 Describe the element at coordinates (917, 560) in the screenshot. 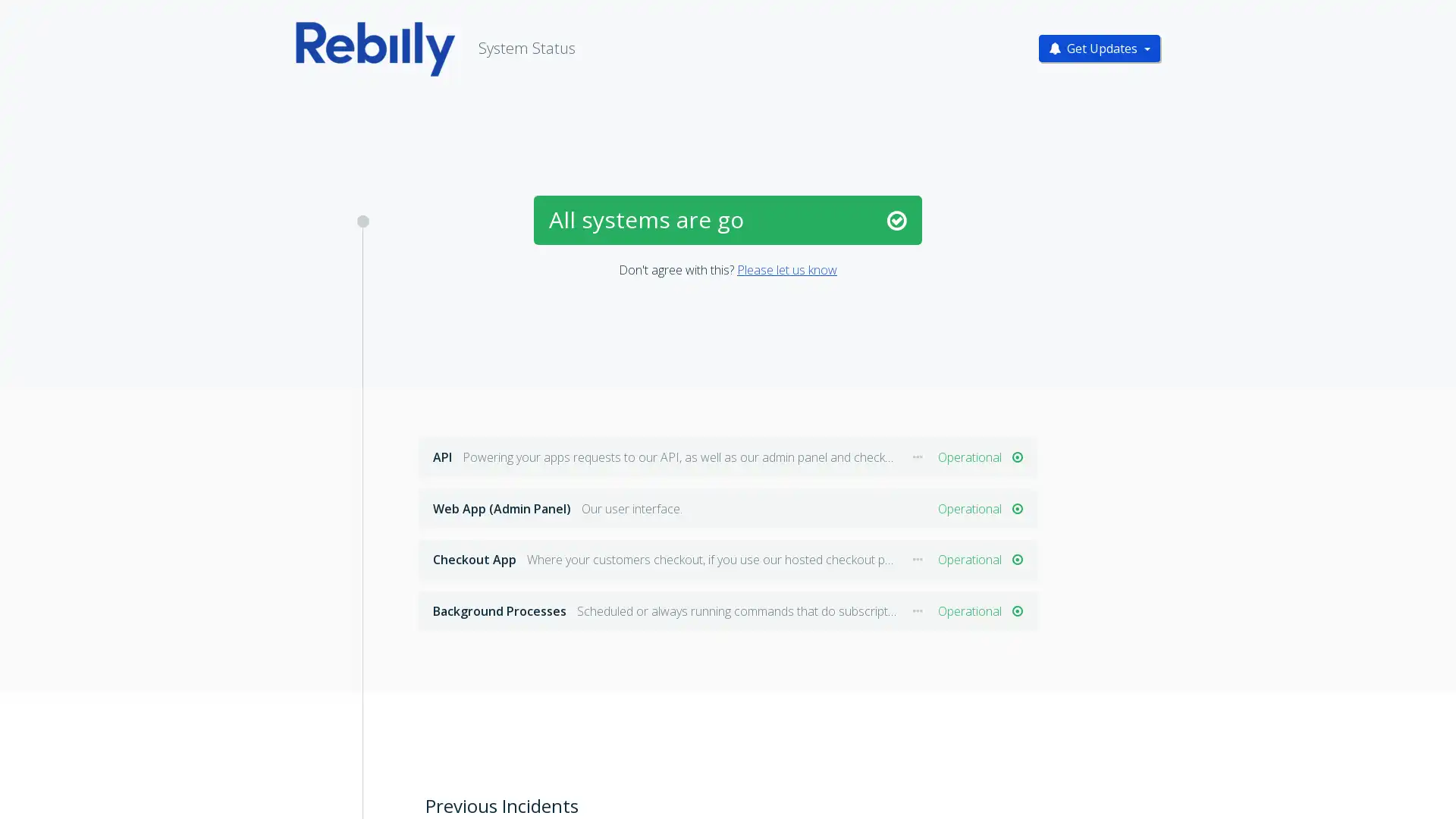

I see `Click here to view the full description for this component` at that location.